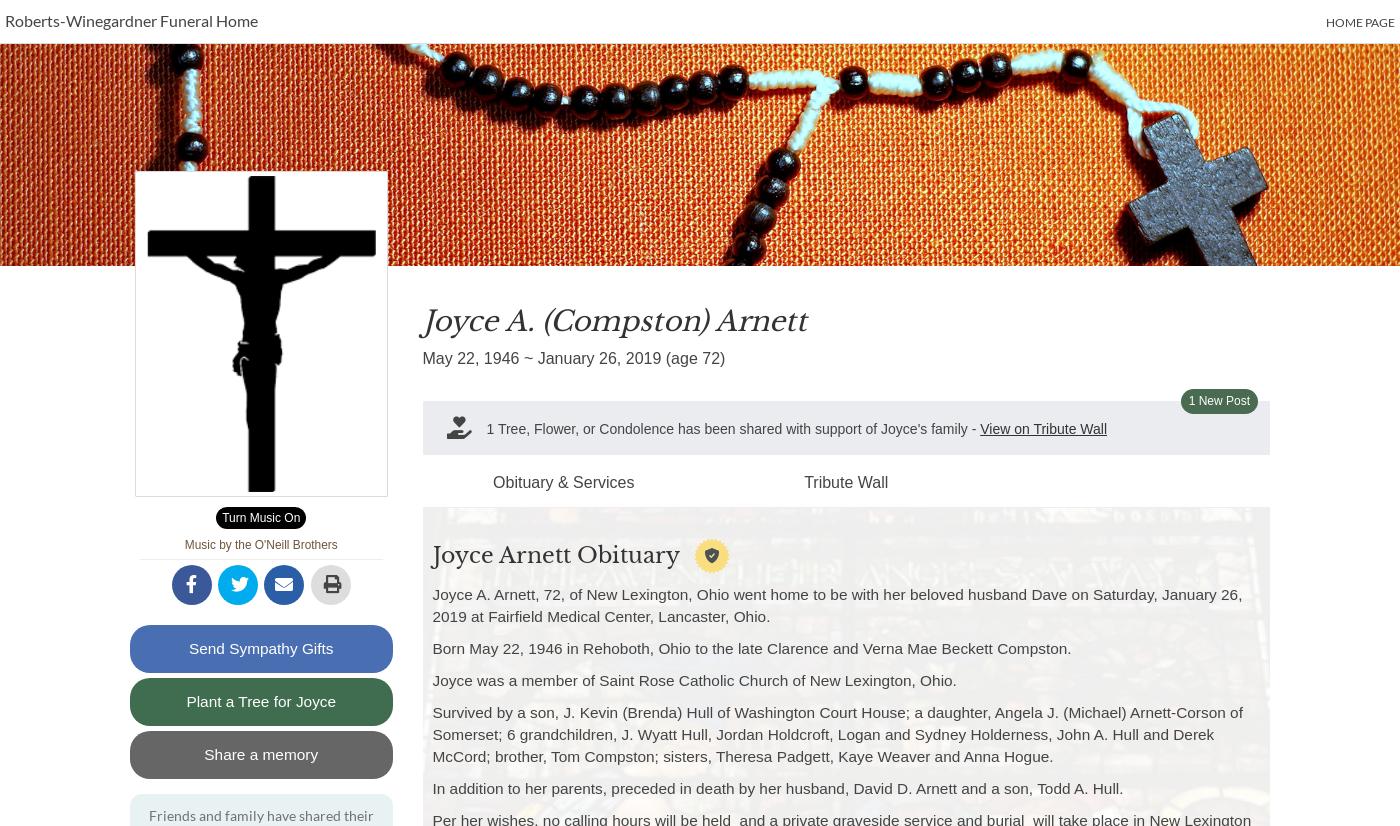  I want to click on 'In addition to her parents, preceded in death by her husband, David D. Arnett and a son, Todd A. Hull.', so click(777, 787).